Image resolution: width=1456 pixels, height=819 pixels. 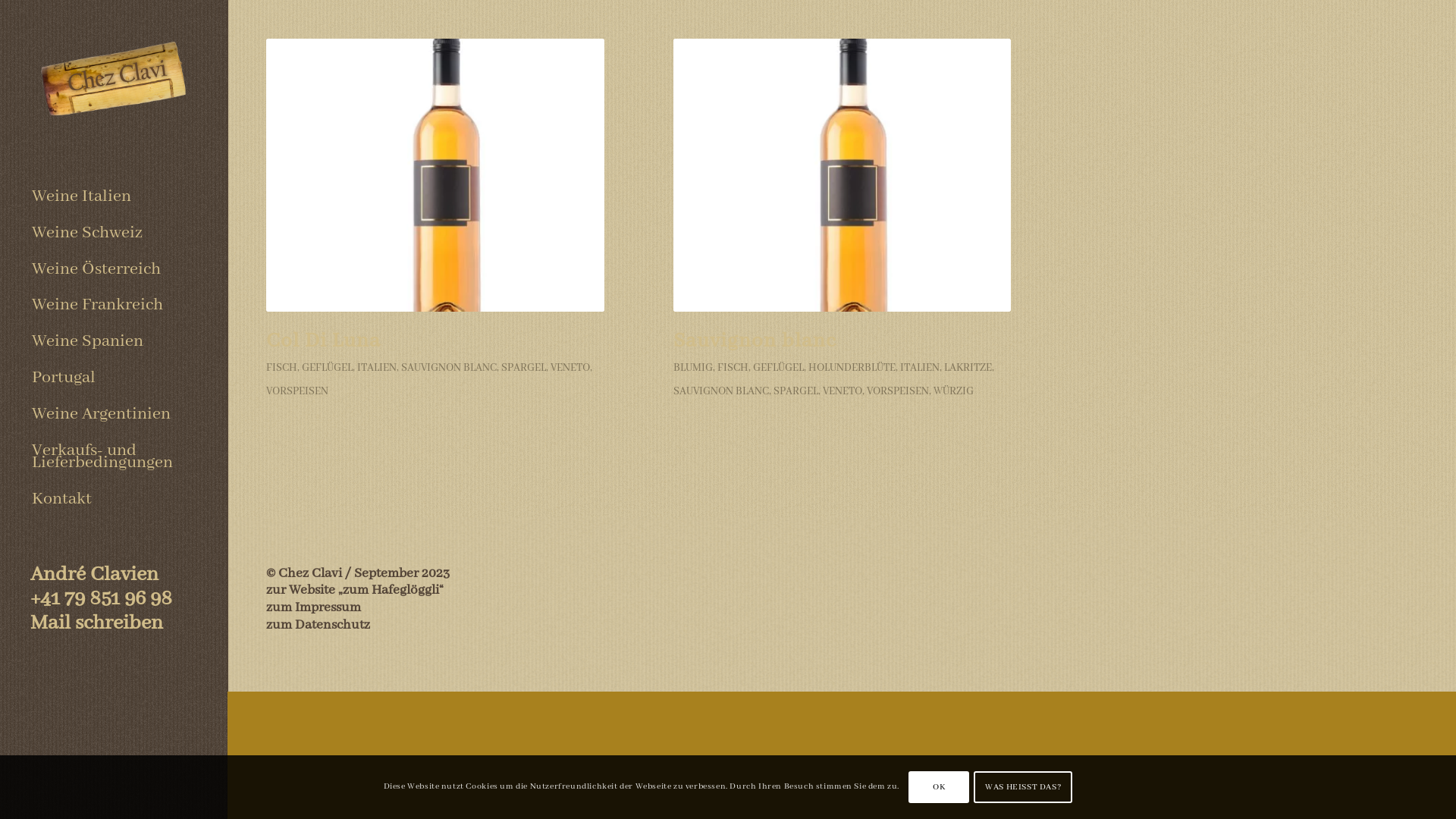 I want to click on 'Mail schreiben', so click(x=96, y=623).